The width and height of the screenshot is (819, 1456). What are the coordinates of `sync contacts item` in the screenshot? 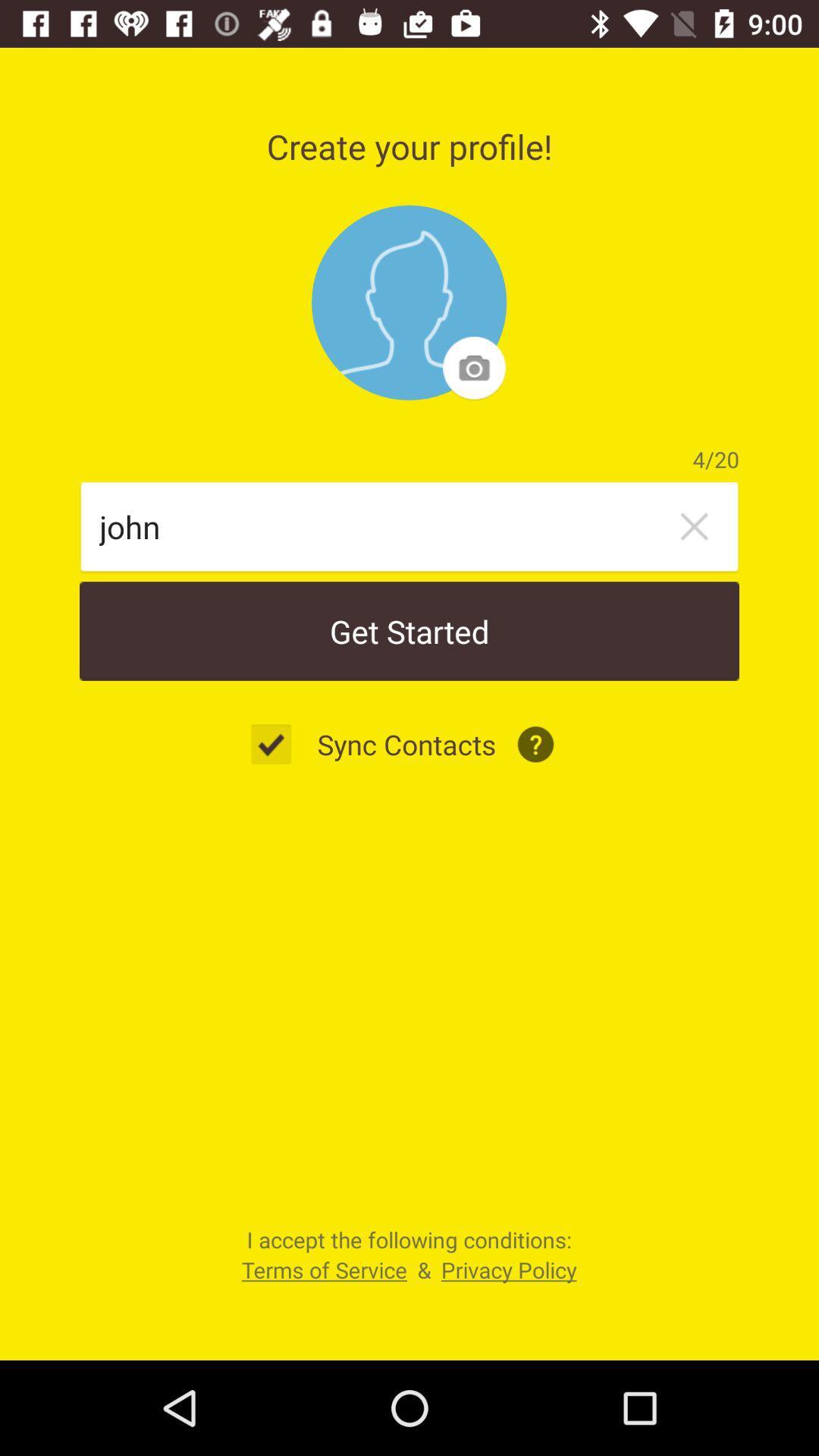 It's located at (406, 744).